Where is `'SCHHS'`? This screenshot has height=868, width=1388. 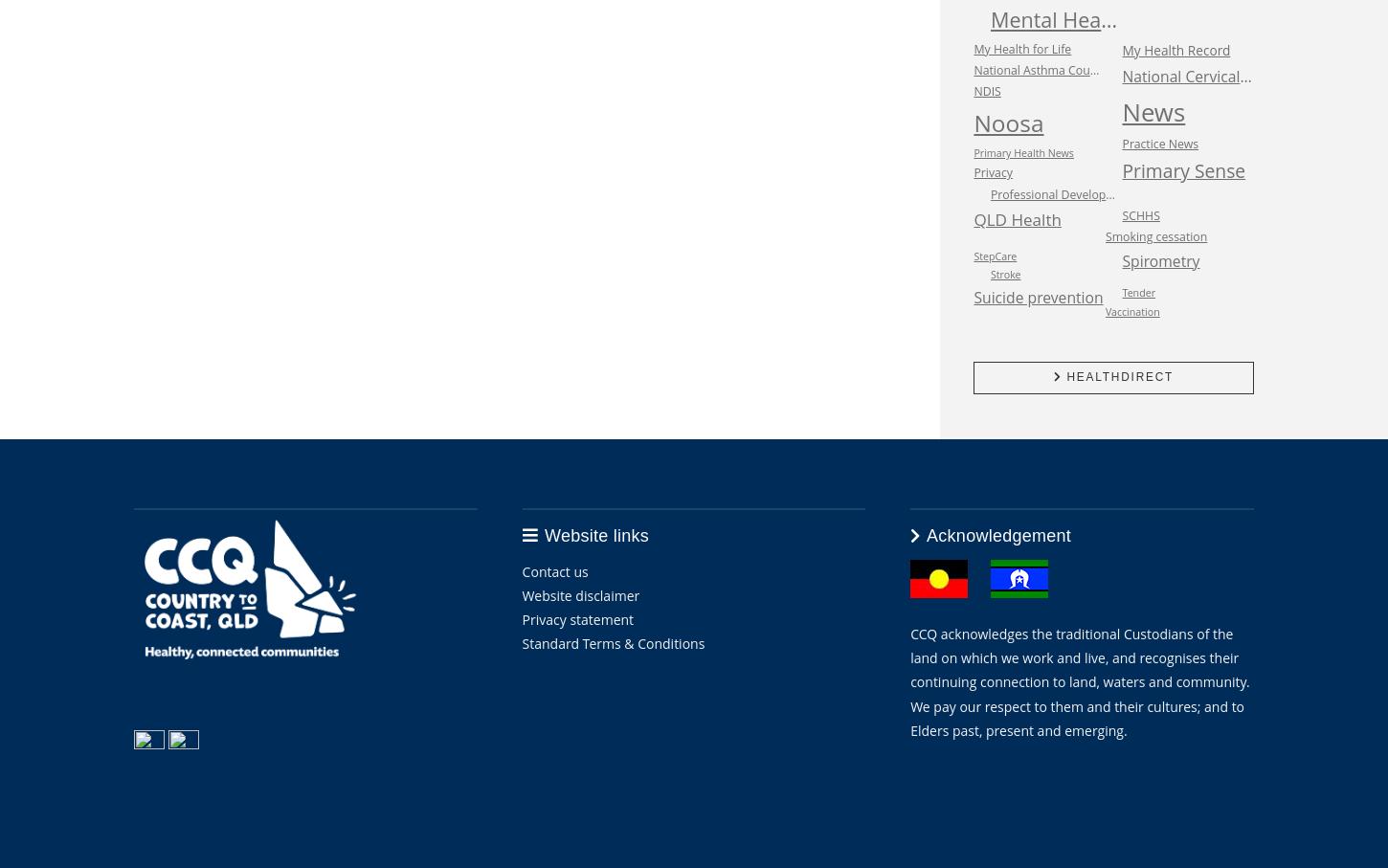 'SCHHS' is located at coordinates (1121, 214).